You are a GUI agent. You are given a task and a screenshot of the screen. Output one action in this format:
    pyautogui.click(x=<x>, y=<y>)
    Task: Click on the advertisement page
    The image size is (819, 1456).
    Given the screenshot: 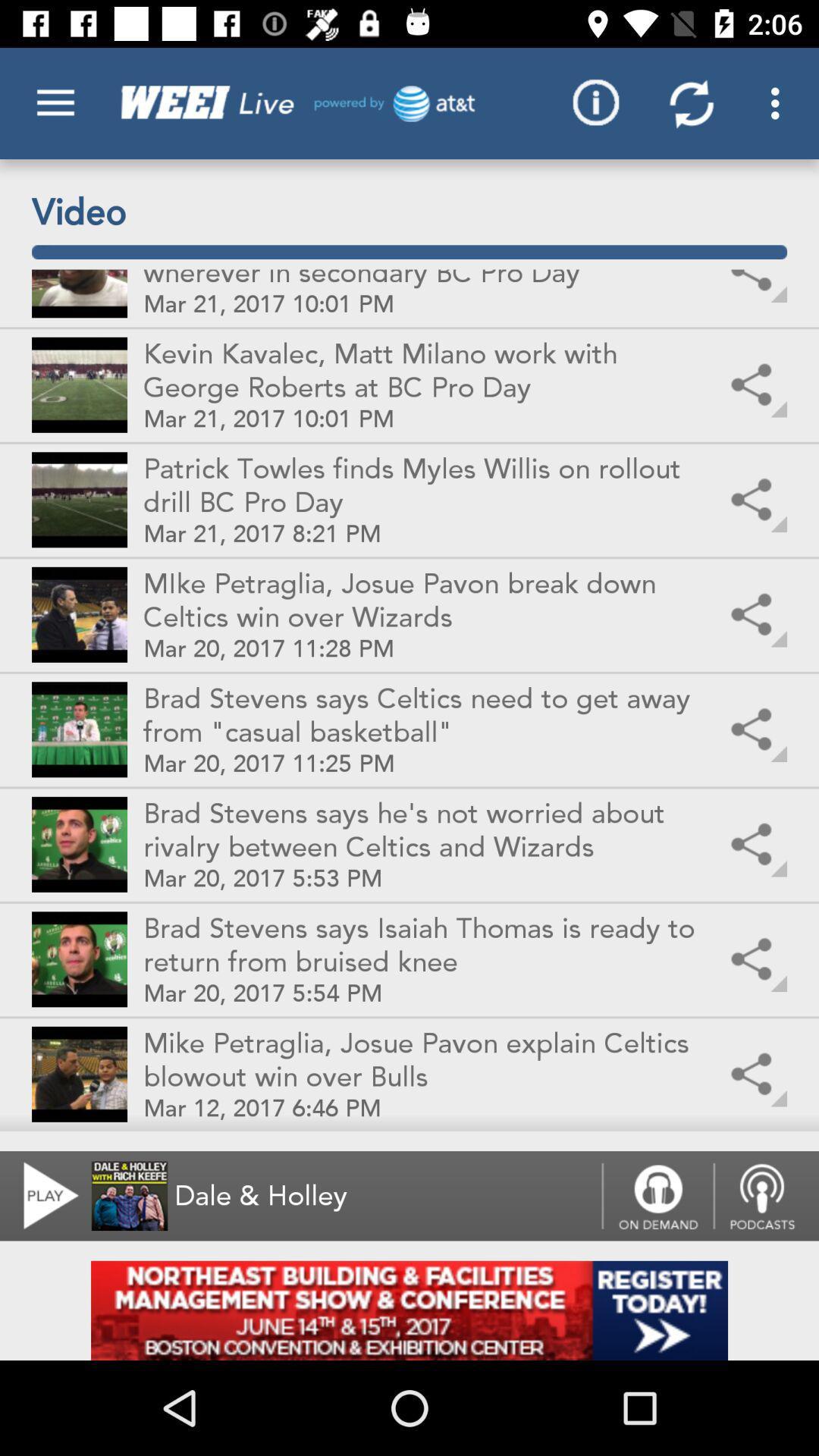 What is the action you would take?
    pyautogui.click(x=409, y=1310)
    